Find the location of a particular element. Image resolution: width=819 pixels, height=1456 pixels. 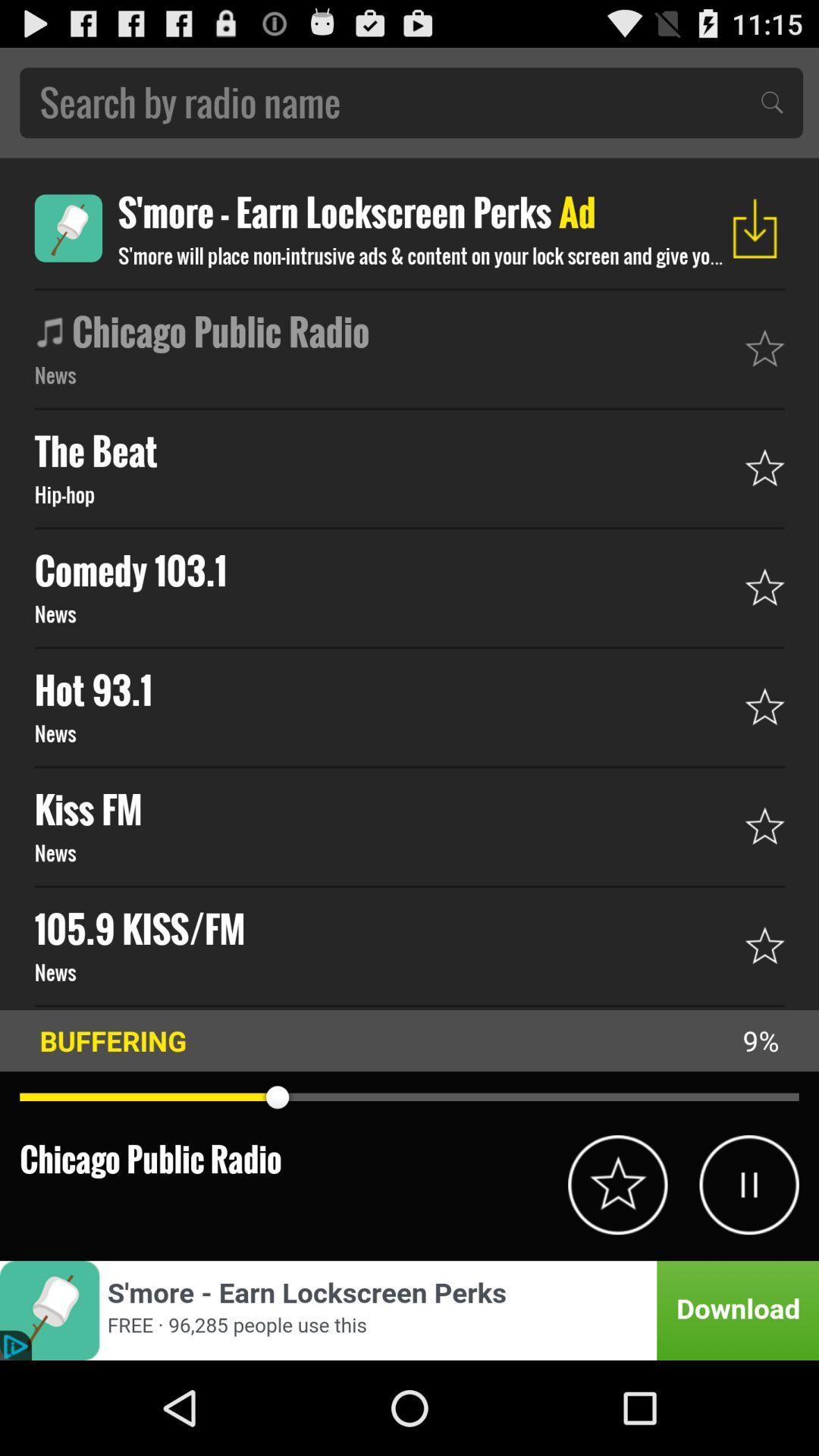

hit circled star is located at coordinates (617, 1184).